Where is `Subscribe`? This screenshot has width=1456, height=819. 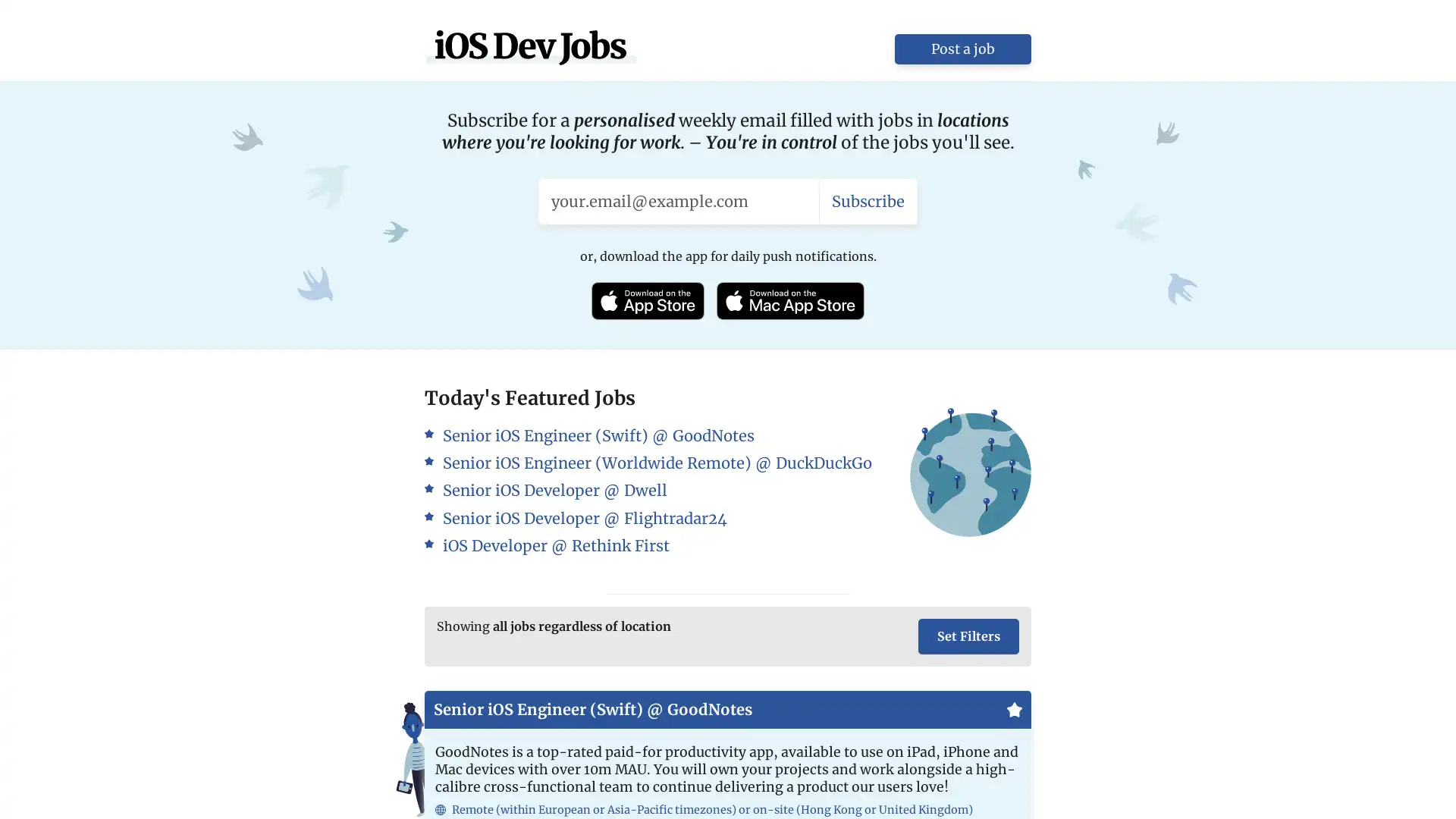 Subscribe is located at coordinates (868, 200).